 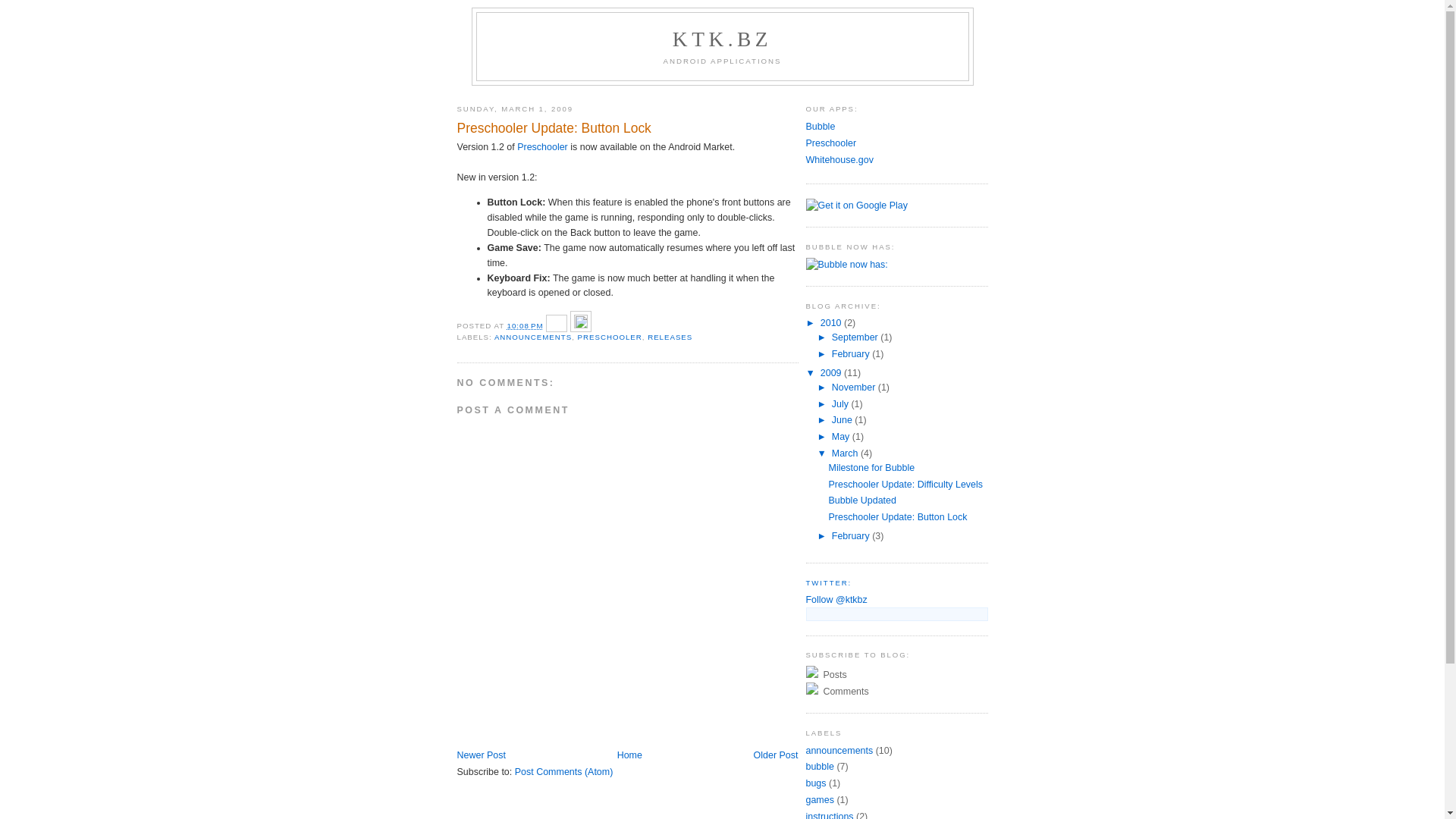 What do you see at coordinates (905, 485) in the screenshot?
I see `'Preschooler Update: Difficulty Levels'` at bounding box center [905, 485].